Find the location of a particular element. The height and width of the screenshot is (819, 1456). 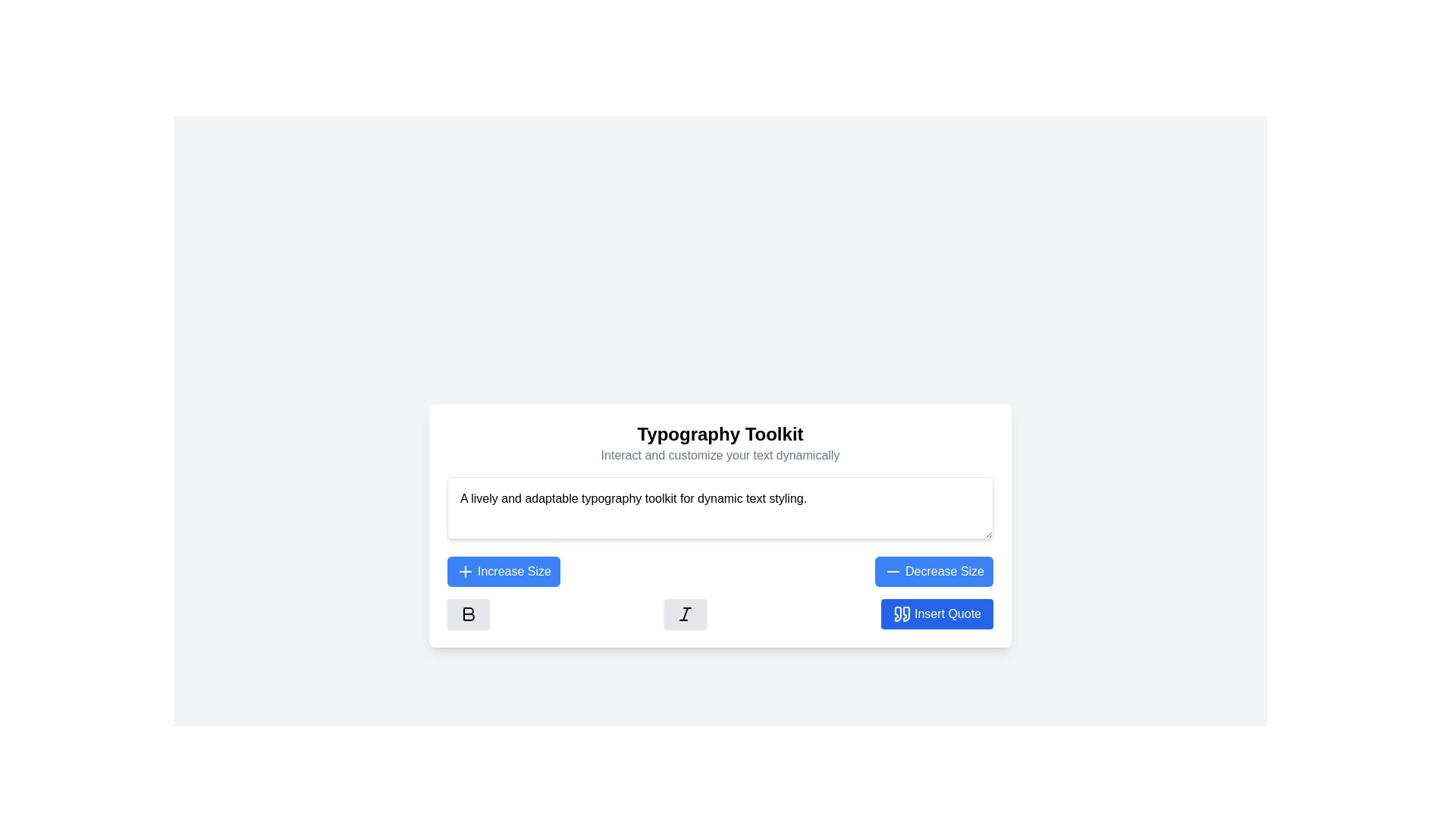

the leftmost button in the row of three buttons below the text input area is located at coordinates (468, 613).